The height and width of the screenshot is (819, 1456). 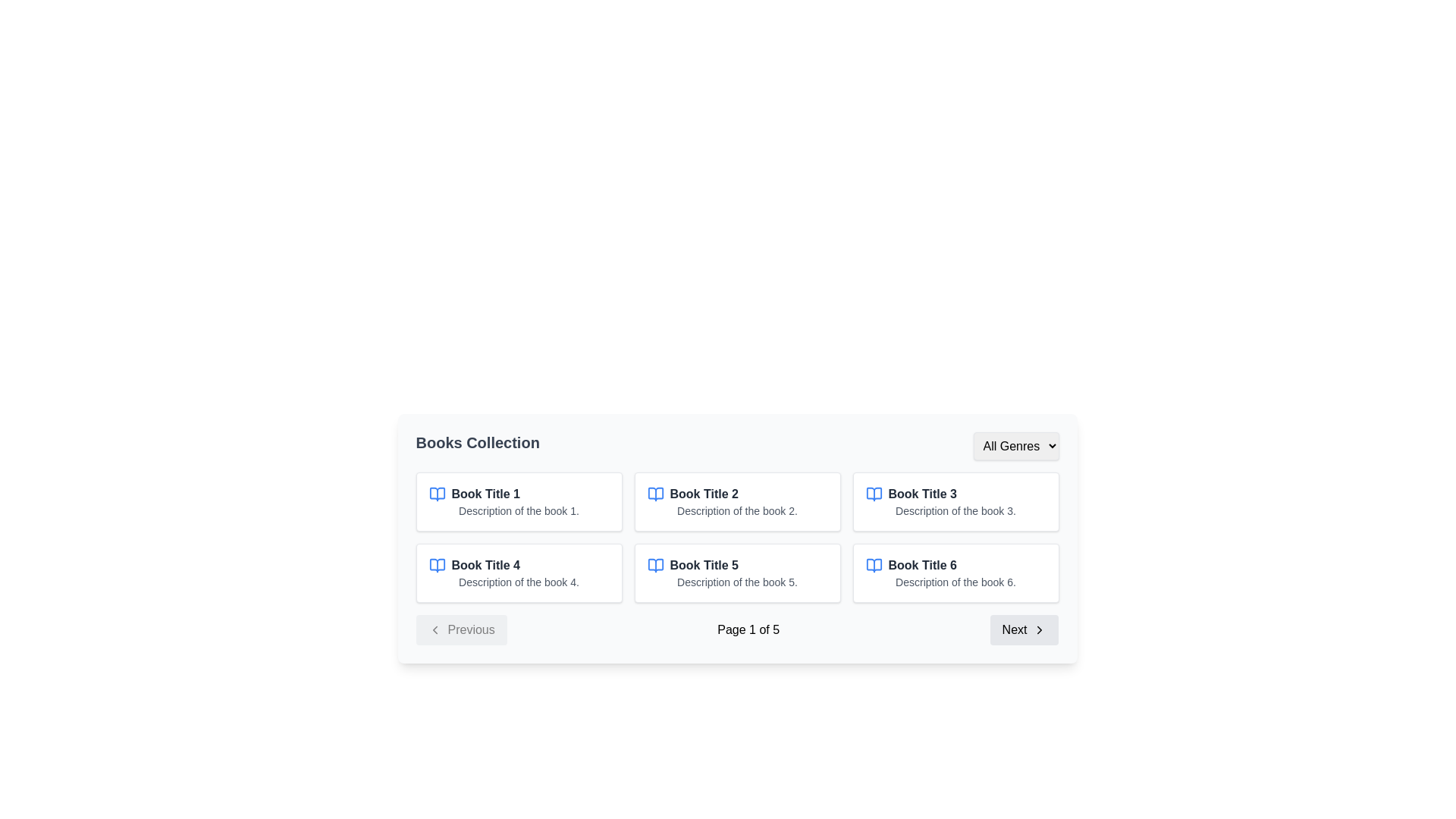 What do you see at coordinates (921, 494) in the screenshot?
I see `the Text Label that represents the book title, positioned as the third item in the first row of a grid display, accompanied by an open book icon on the left` at bounding box center [921, 494].